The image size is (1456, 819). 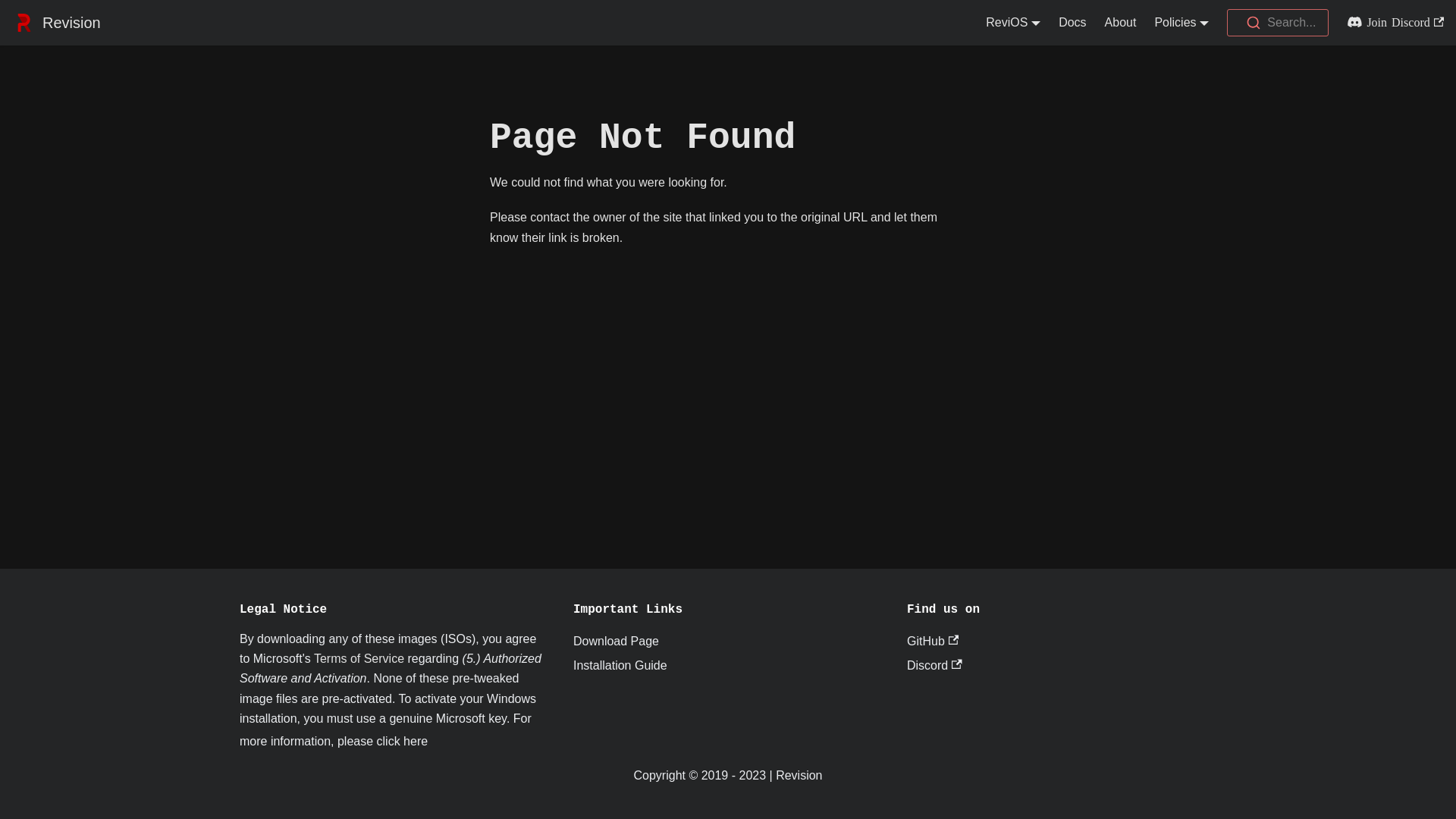 I want to click on 'here', so click(x=415, y=740).